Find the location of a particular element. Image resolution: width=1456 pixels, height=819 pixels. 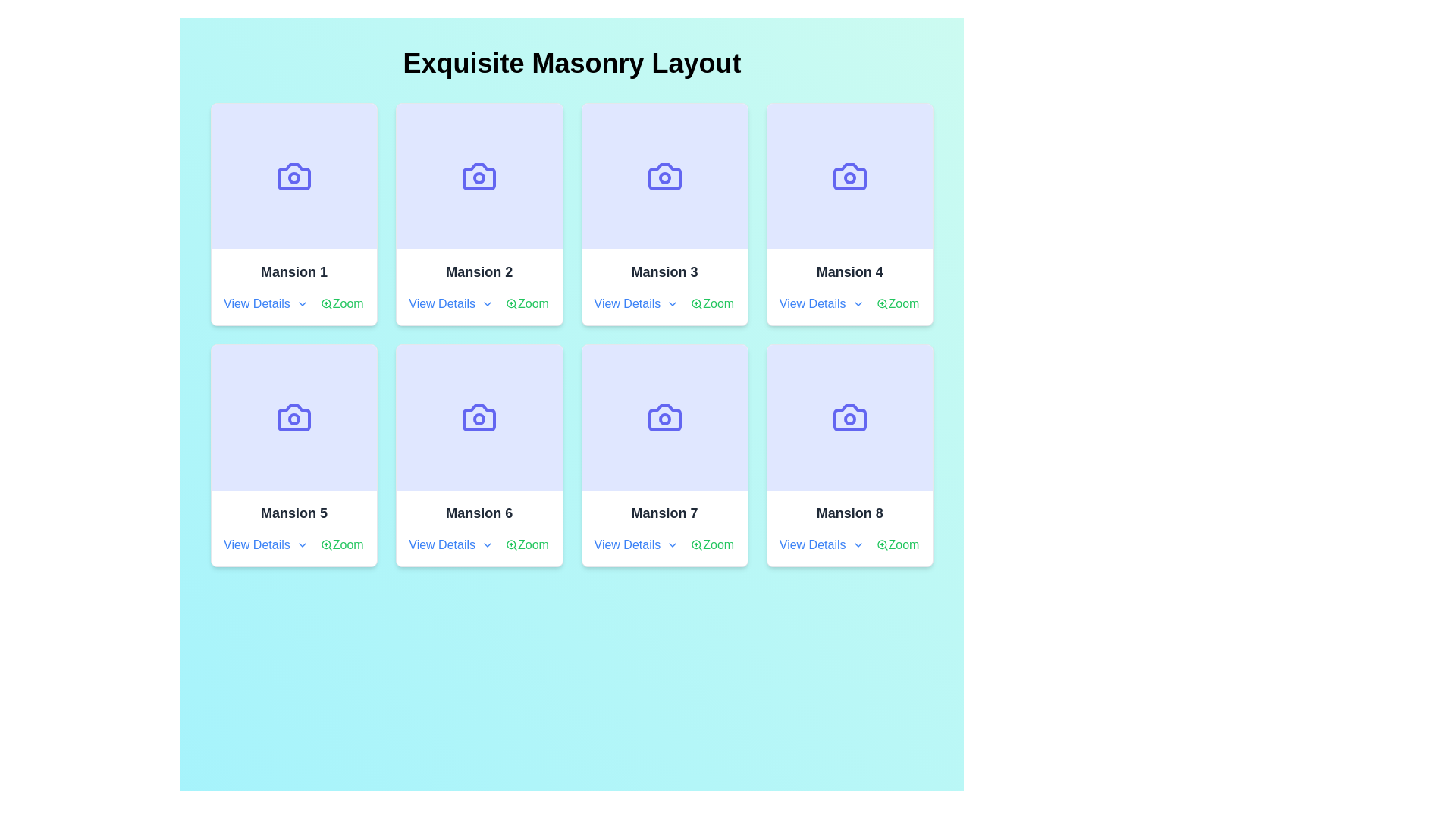

the interactive link with an icon located to the right of the 'View Details' link within the 'Mansion 3' card is located at coordinates (711, 304).